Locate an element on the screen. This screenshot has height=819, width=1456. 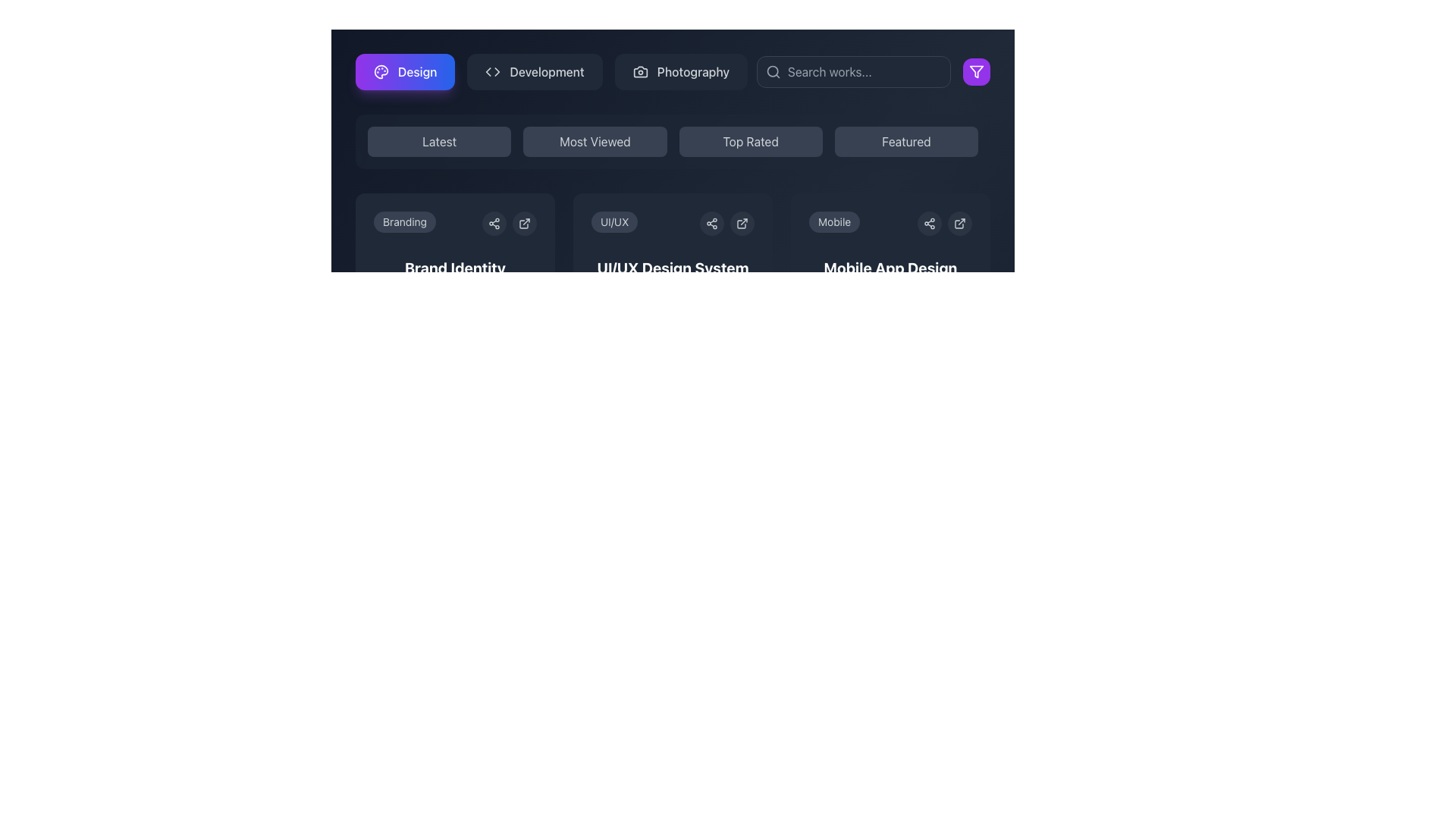
the bold, white text label 'UI/UX Design System' to change its color to purple is located at coordinates (672, 268).